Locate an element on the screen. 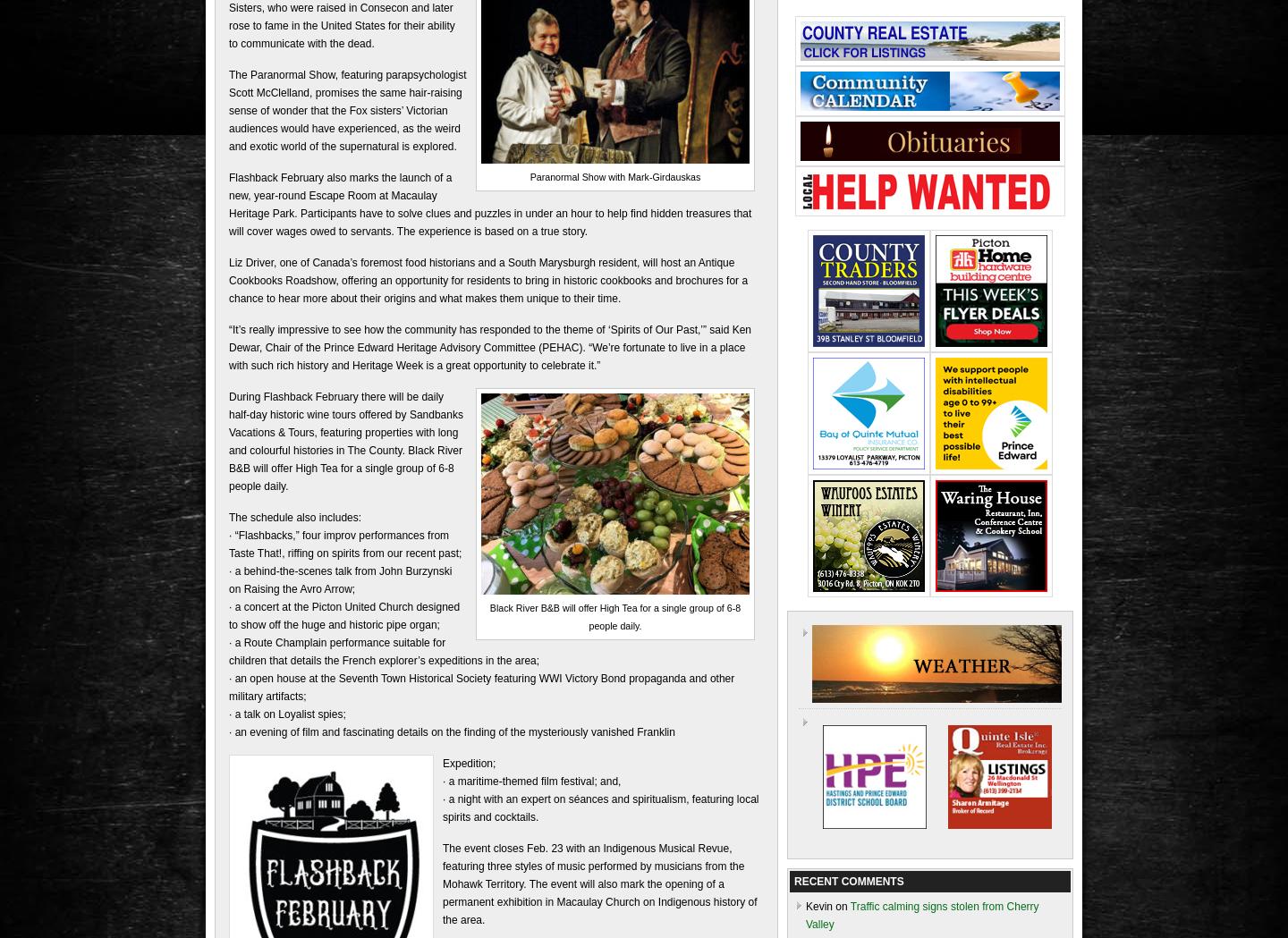 The image size is (1288, 938). '· a maritime-themed film festival; and,' is located at coordinates (531, 780).